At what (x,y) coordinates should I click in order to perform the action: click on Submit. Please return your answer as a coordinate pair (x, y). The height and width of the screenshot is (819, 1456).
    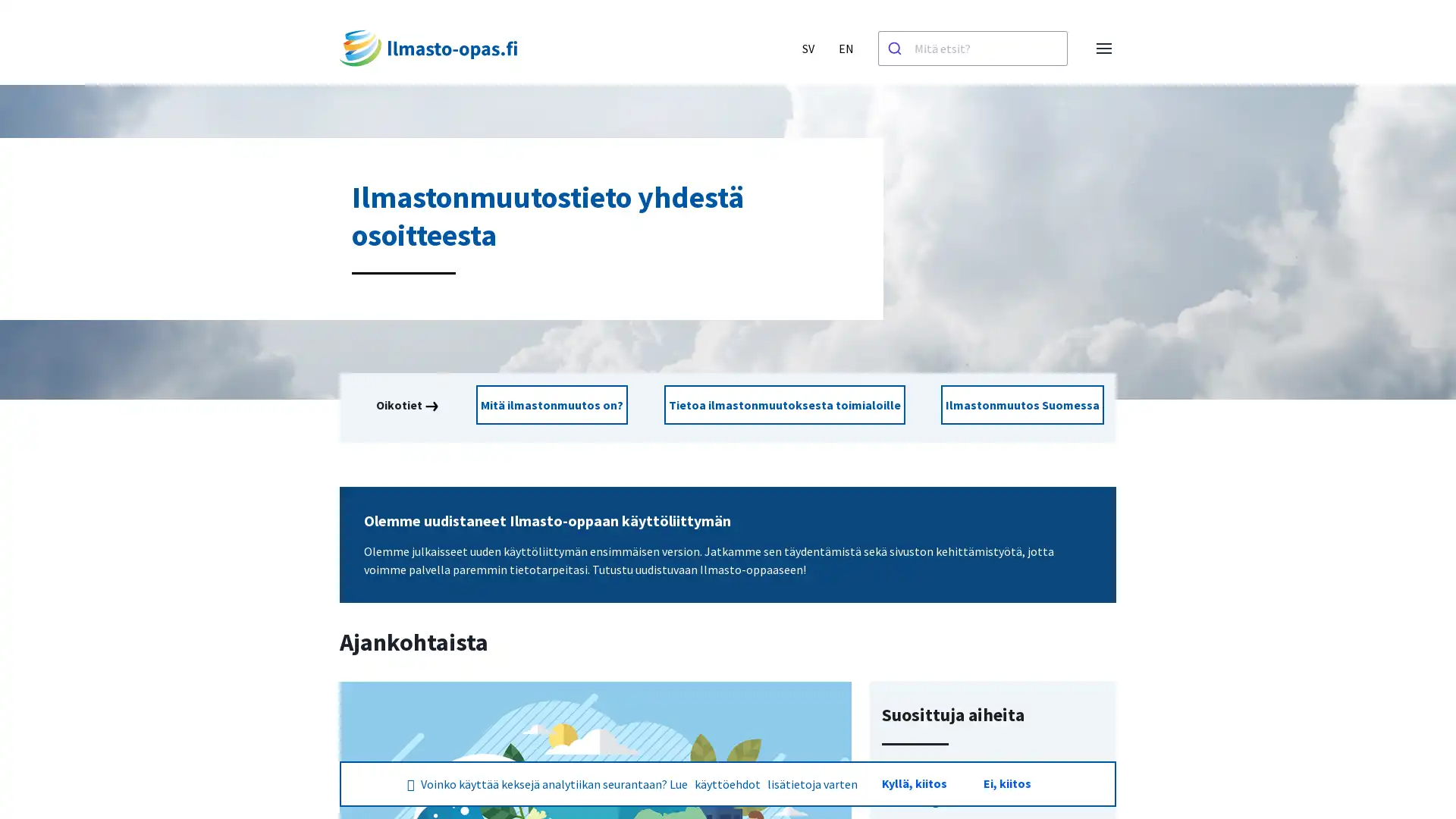
    Looking at the image, I should click on (896, 48).